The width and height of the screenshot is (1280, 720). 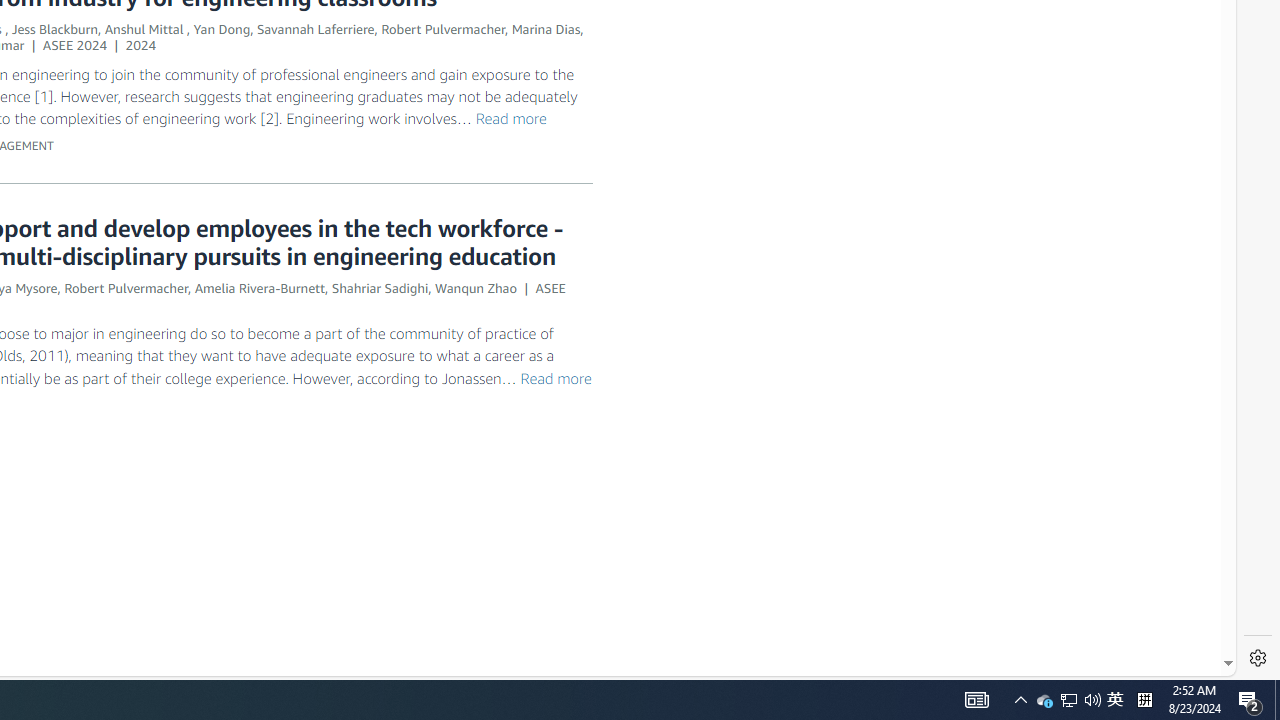 What do you see at coordinates (545, 29) in the screenshot?
I see `'Marina Dias'` at bounding box center [545, 29].